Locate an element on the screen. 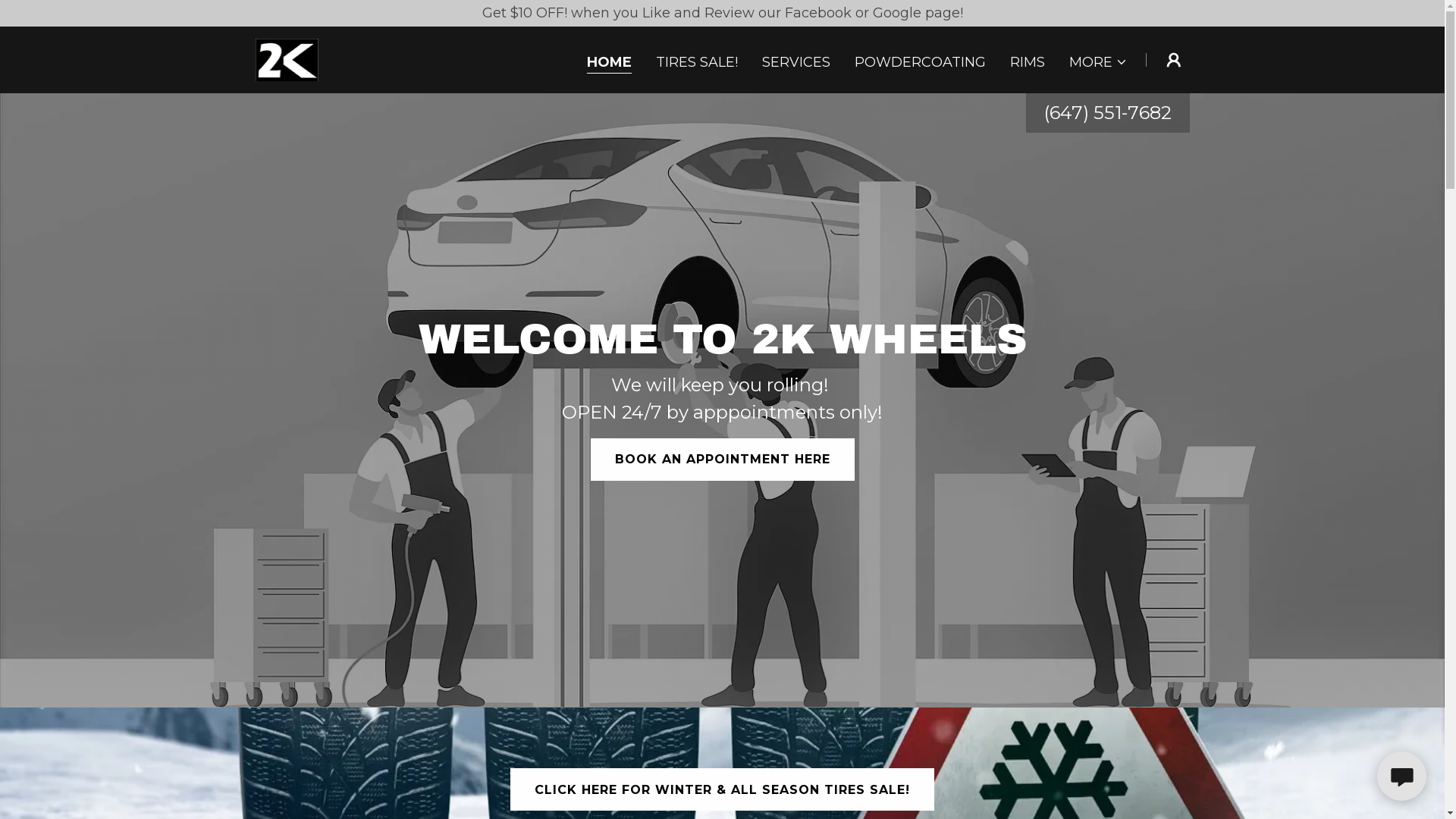 This screenshot has height=819, width=1456. '(647) 551-7682' is located at coordinates (1106, 111).